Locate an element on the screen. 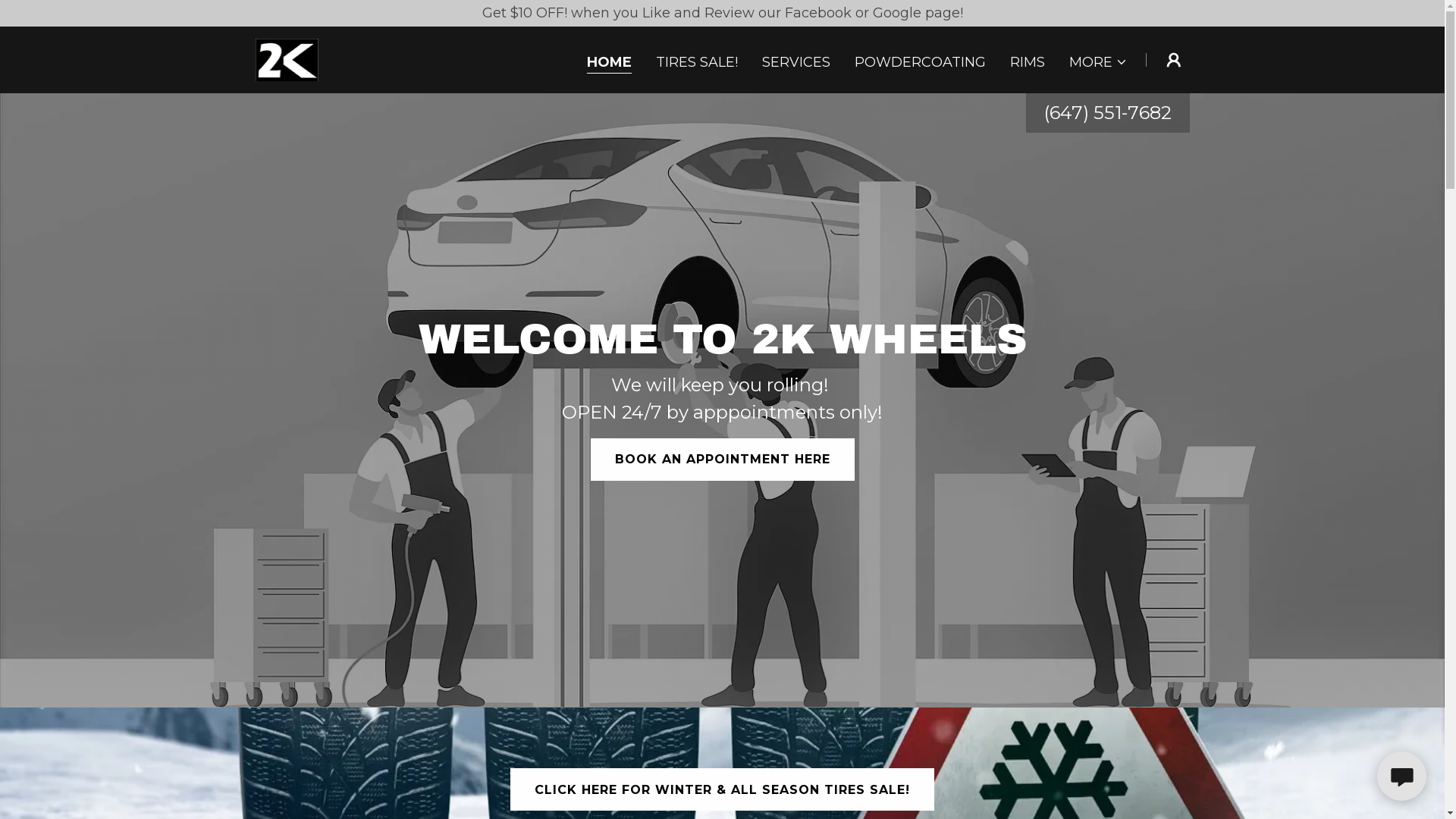 This screenshot has height=819, width=1456. '(647) 551-7682' is located at coordinates (1106, 111).